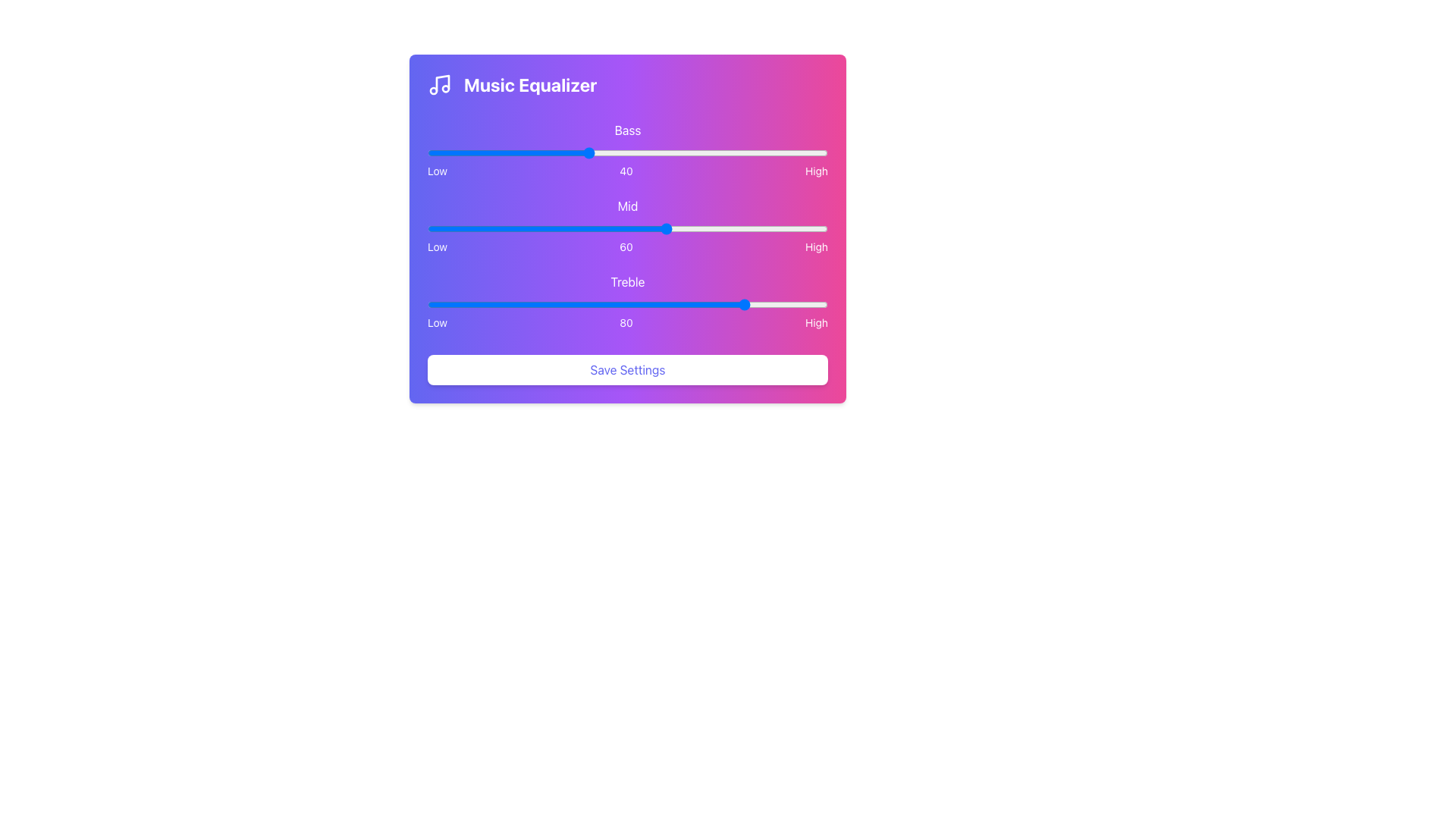  What do you see at coordinates (675, 152) in the screenshot?
I see `the bass level` at bounding box center [675, 152].